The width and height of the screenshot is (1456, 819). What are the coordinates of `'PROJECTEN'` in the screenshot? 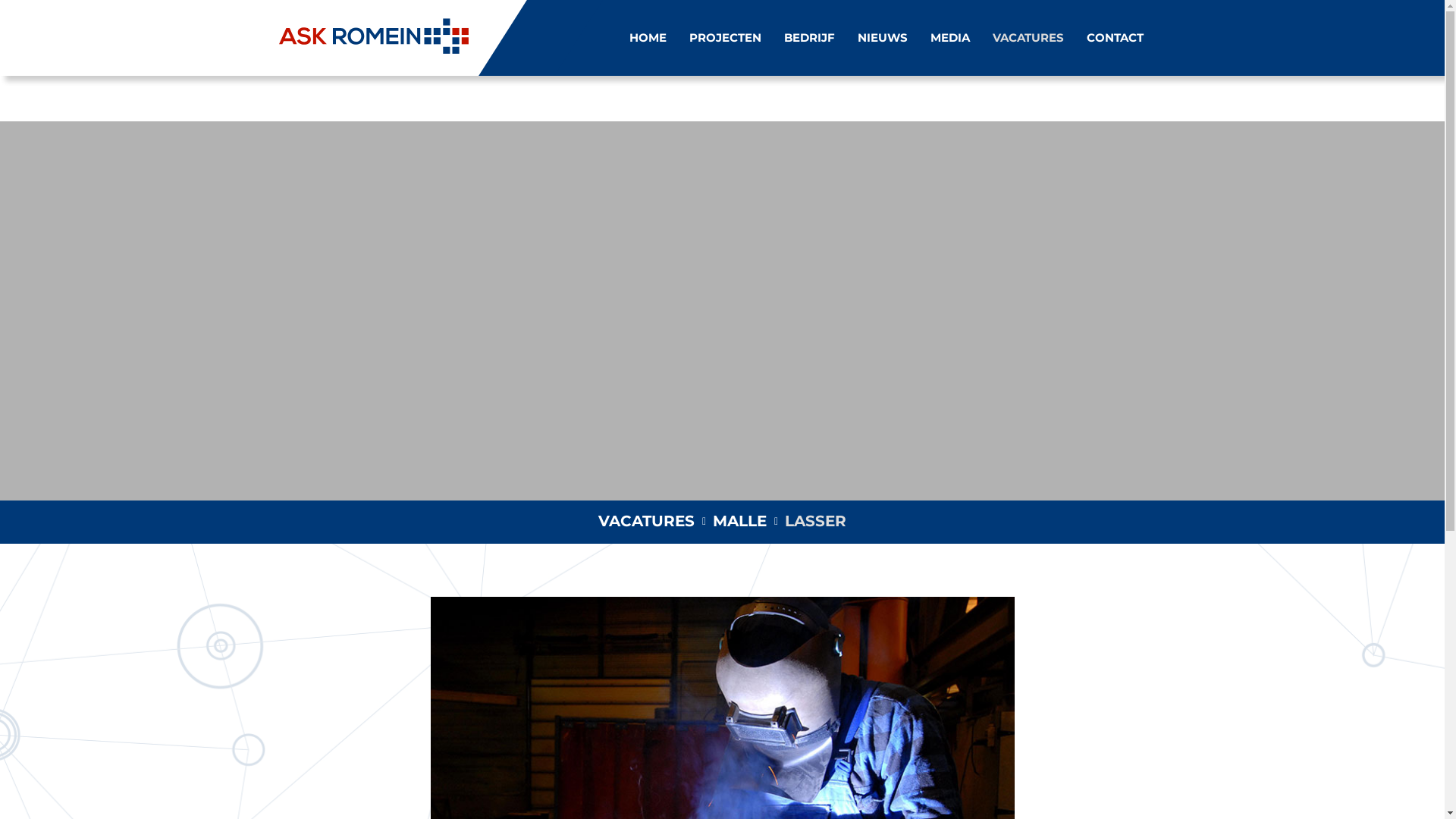 It's located at (723, 37).